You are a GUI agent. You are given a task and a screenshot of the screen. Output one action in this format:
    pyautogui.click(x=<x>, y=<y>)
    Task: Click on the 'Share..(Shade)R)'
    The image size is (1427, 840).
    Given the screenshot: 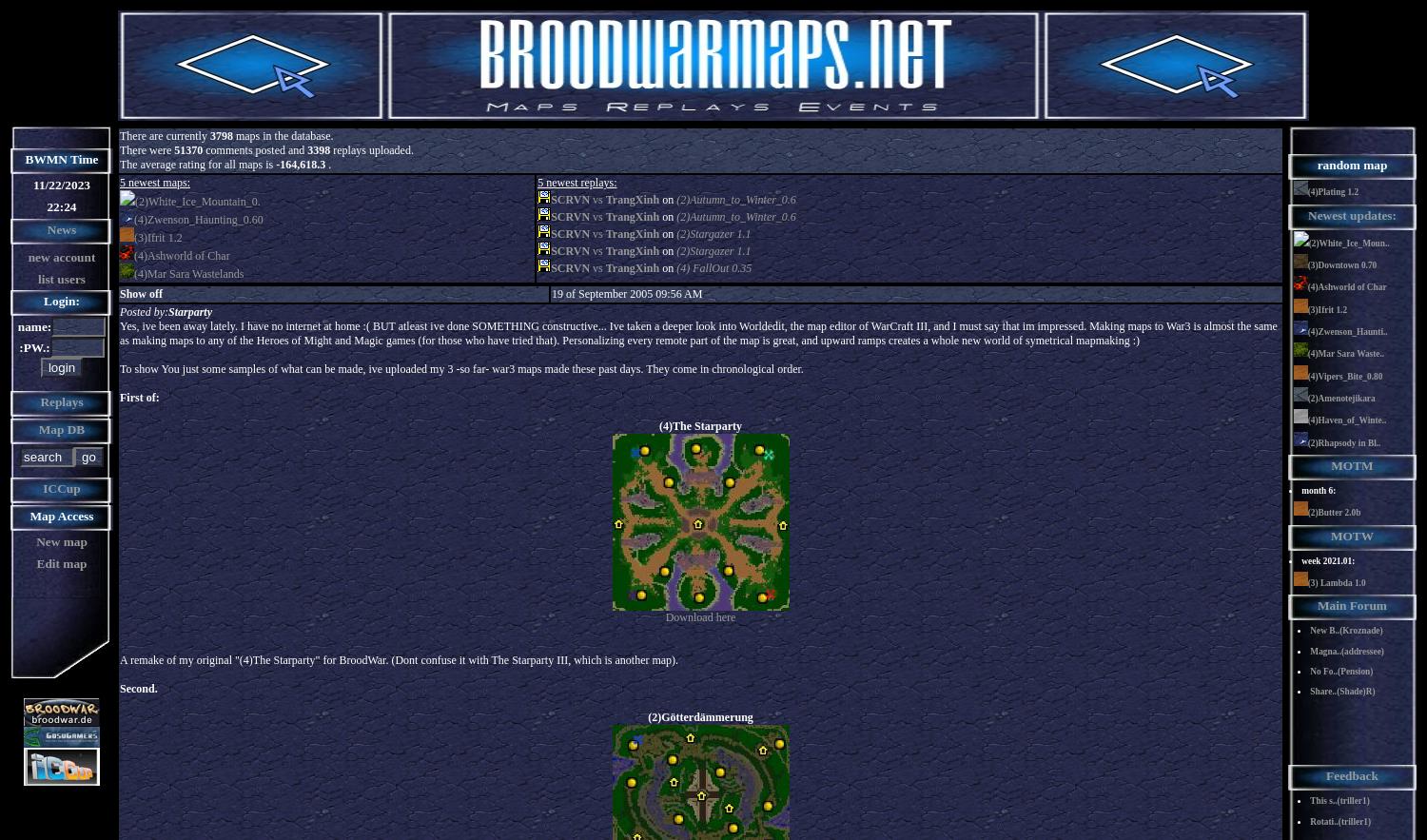 What is the action you would take?
    pyautogui.click(x=1342, y=690)
    